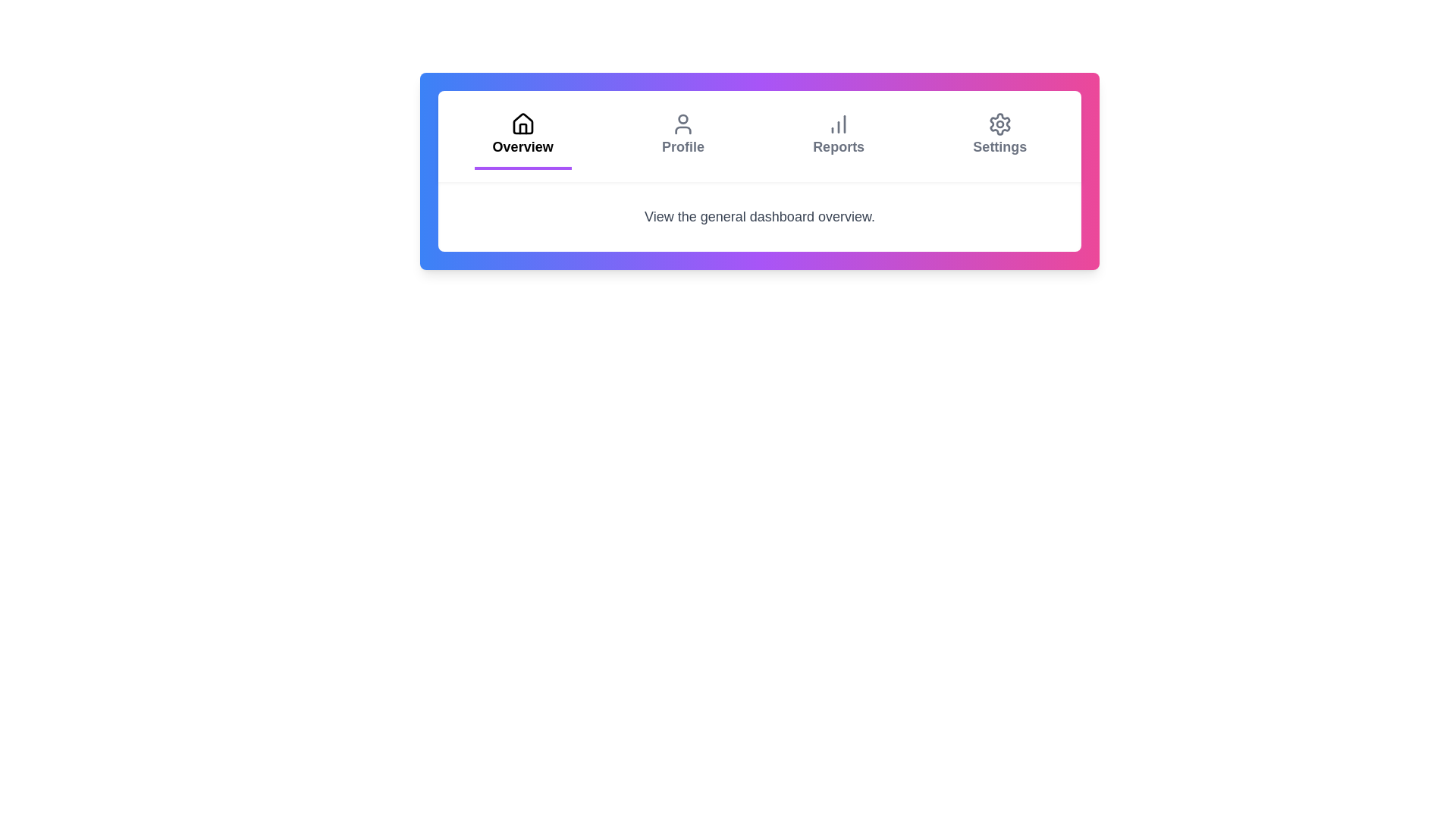 Image resolution: width=1456 pixels, height=819 pixels. What do you see at coordinates (682, 124) in the screenshot?
I see `the 'Profile' icon in the navigation bar` at bounding box center [682, 124].